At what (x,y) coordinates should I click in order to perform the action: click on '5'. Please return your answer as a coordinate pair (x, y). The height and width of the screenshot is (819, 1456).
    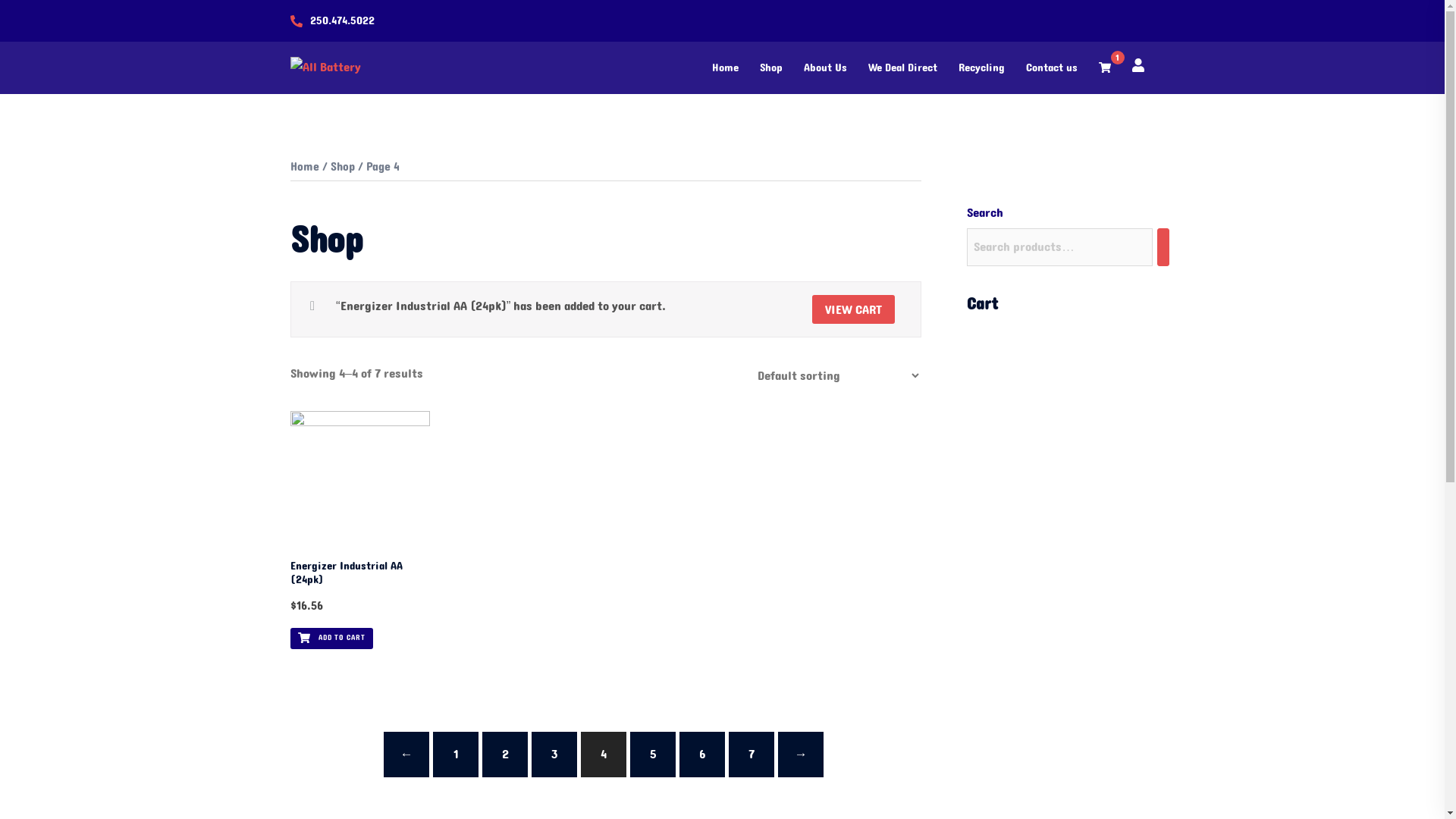
    Looking at the image, I should click on (652, 755).